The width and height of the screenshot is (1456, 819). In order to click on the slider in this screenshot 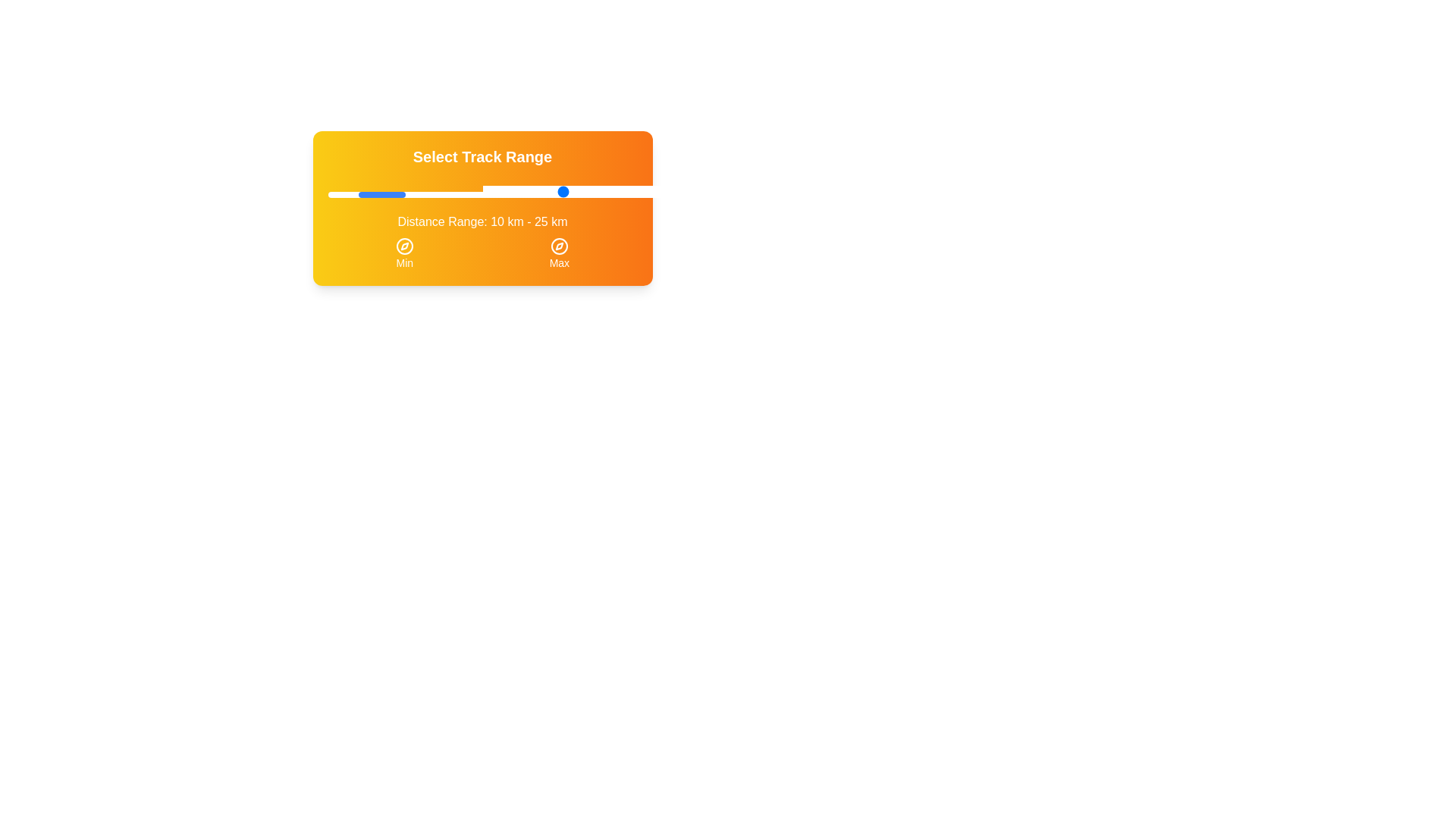, I will do `click(679, 191)`.